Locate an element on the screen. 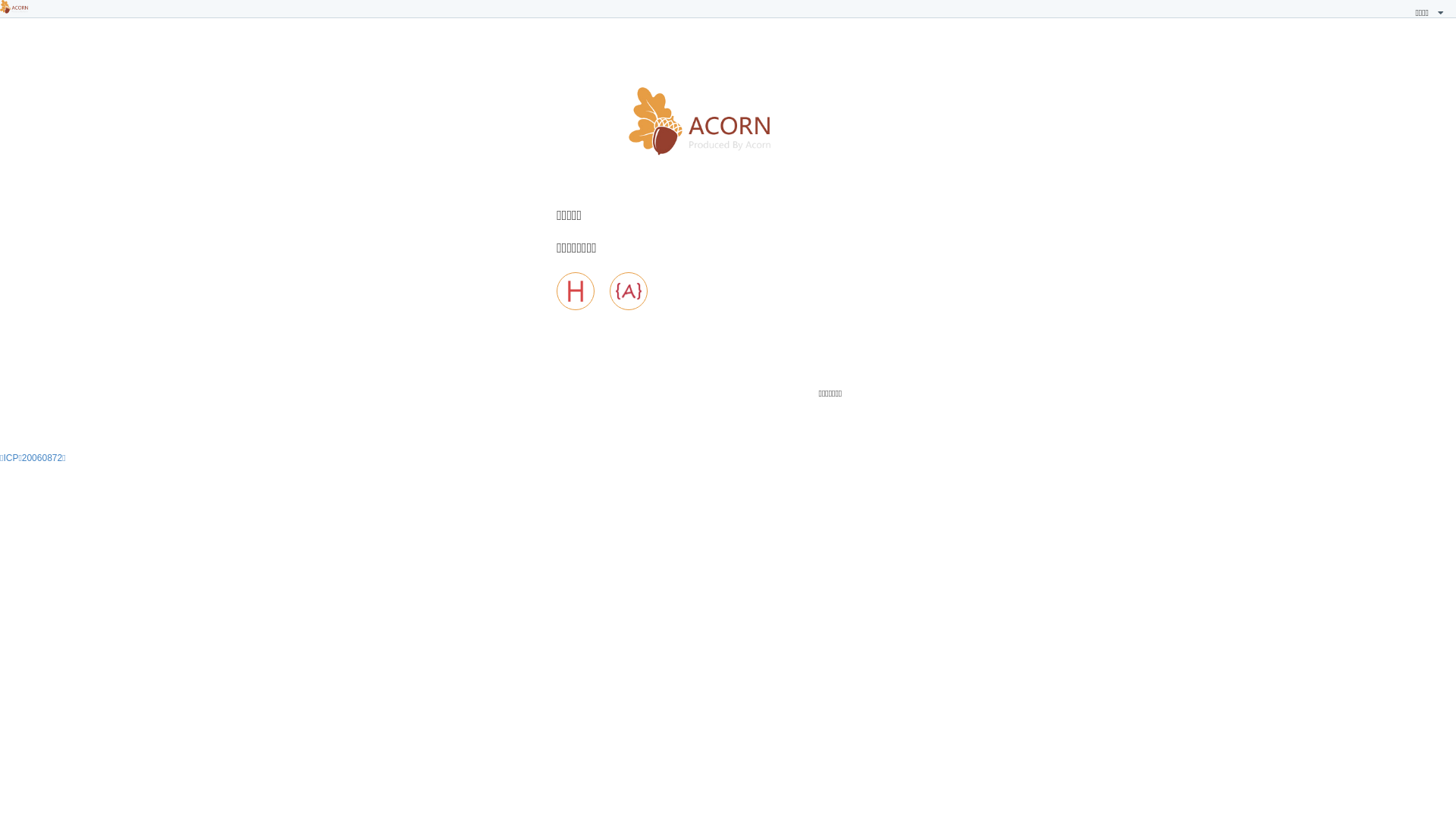 This screenshot has height=819, width=1456. 'api-mom' is located at coordinates (610, 291).